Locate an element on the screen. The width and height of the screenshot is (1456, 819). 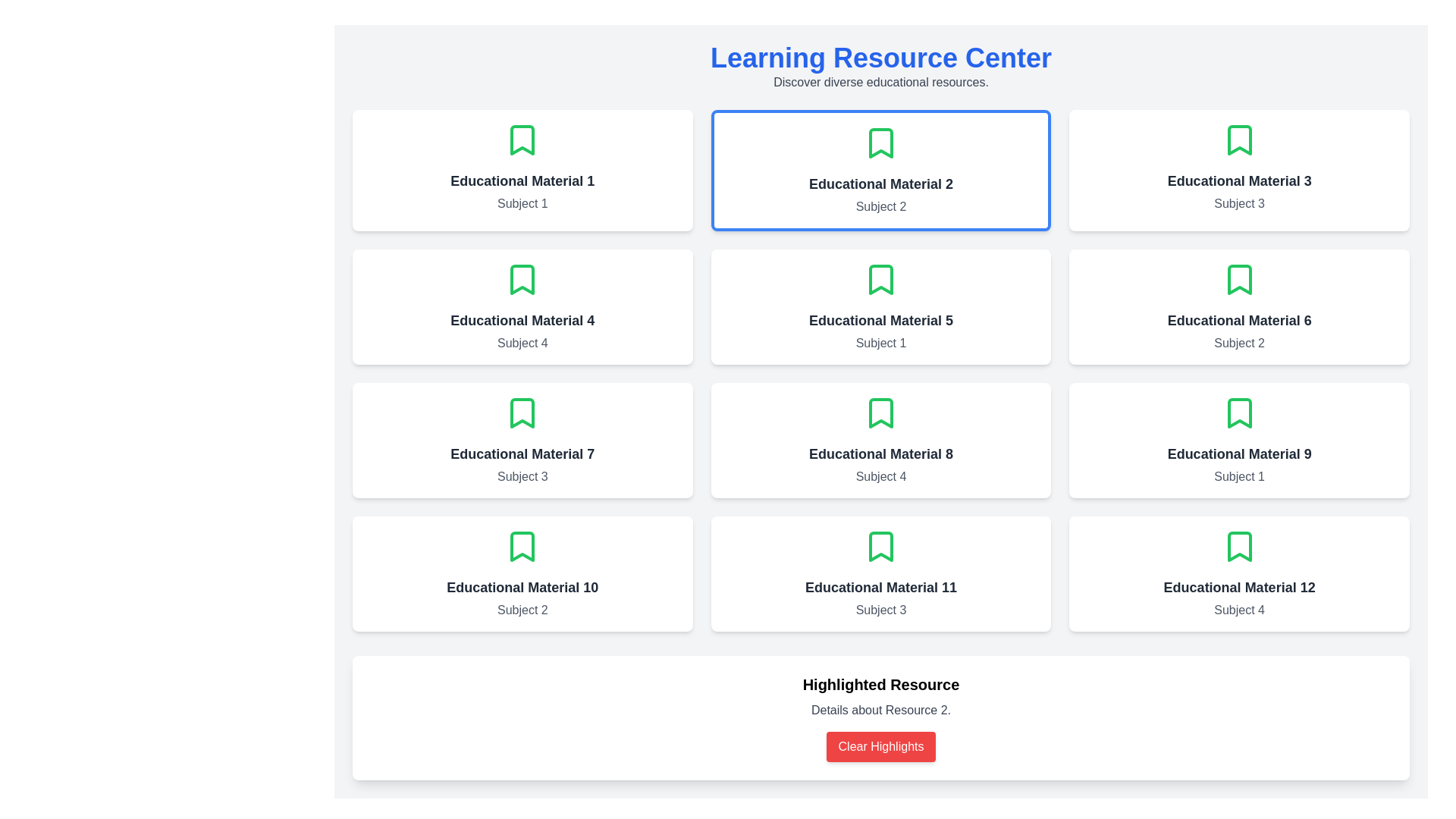
the bookmark icon located at the top of the 'Educational Material 7' card in the third row, first column of the grid layout is located at coordinates (522, 413).